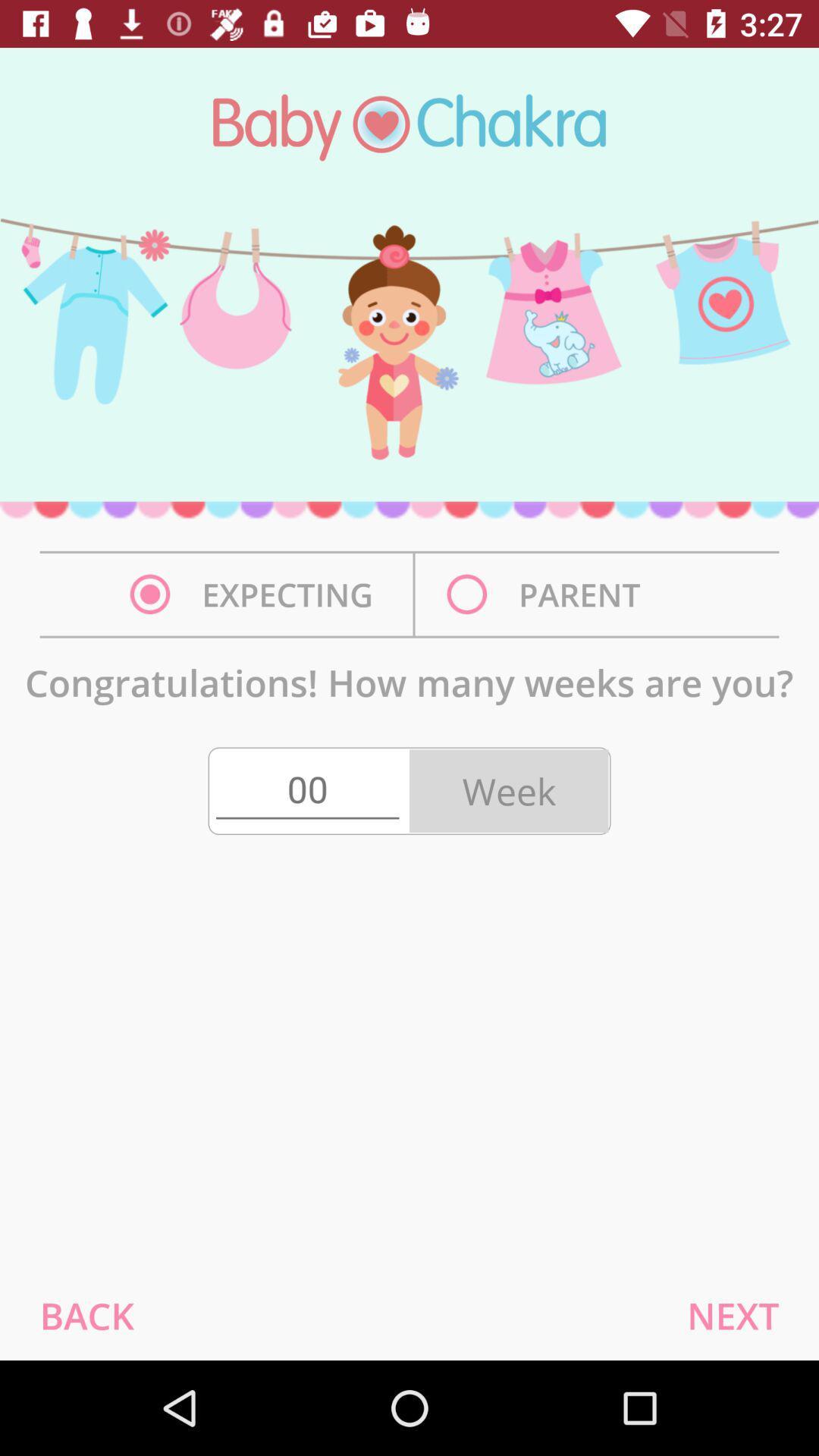  I want to click on the item below congratulations how many icon, so click(86, 1315).